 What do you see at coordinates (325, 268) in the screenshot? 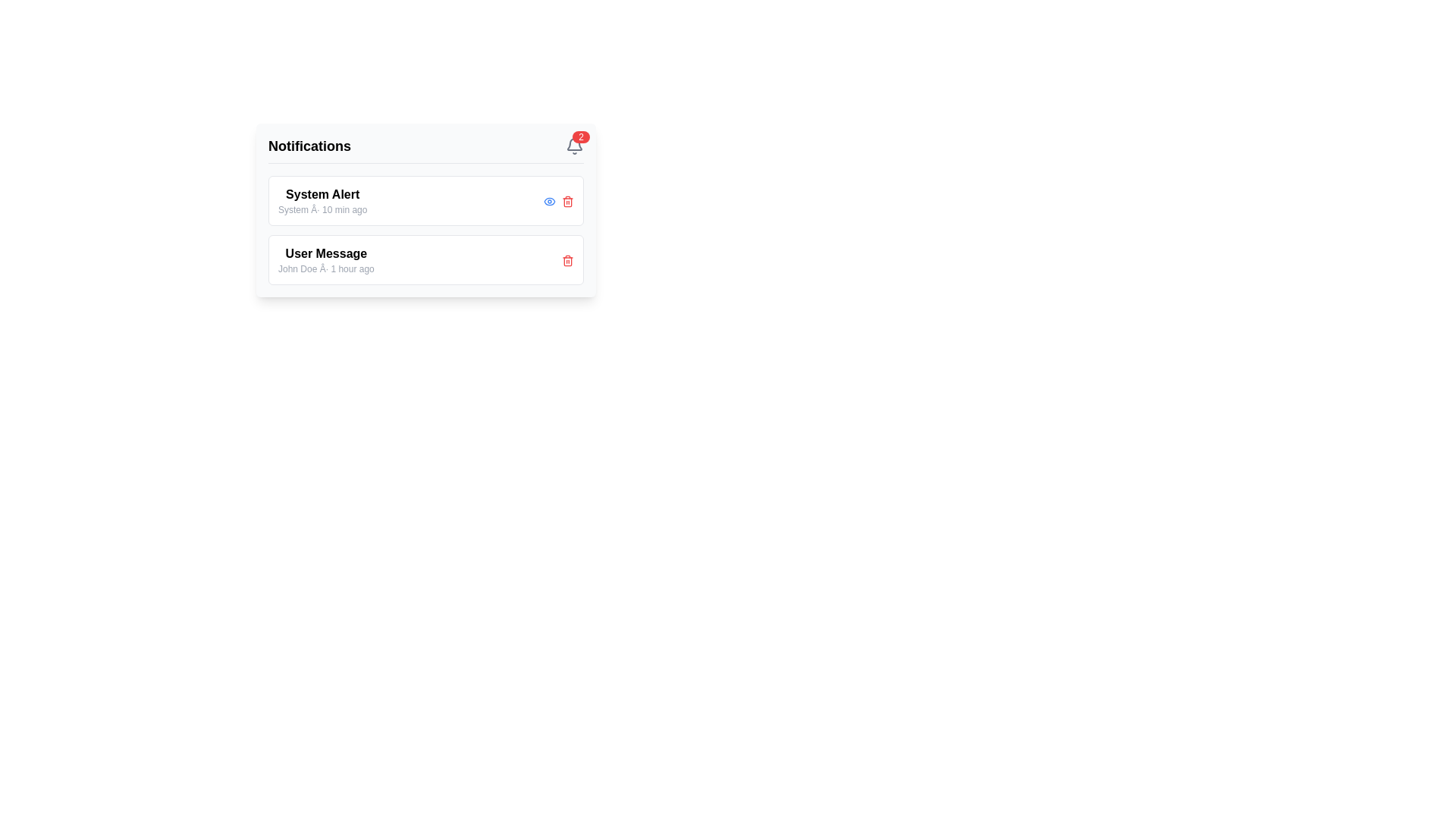
I see `text from the Text Label located immediately below the 'User Message' in the notification card under the 'Notifications' section of the interface, which provides metadata about the user message` at bounding box center [325, 268].